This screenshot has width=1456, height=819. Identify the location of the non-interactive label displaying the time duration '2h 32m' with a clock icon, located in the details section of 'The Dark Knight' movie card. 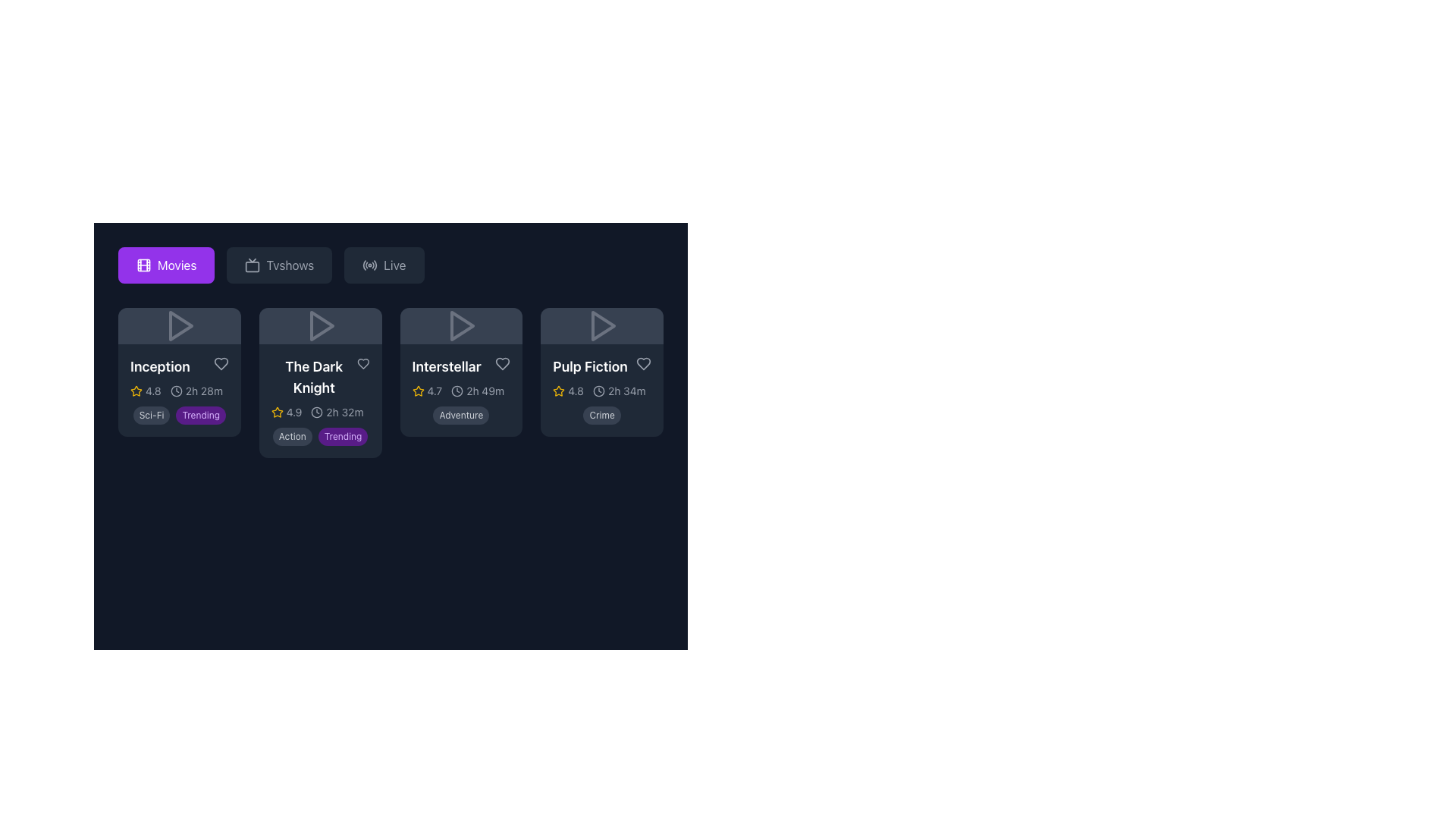
(336, 412).